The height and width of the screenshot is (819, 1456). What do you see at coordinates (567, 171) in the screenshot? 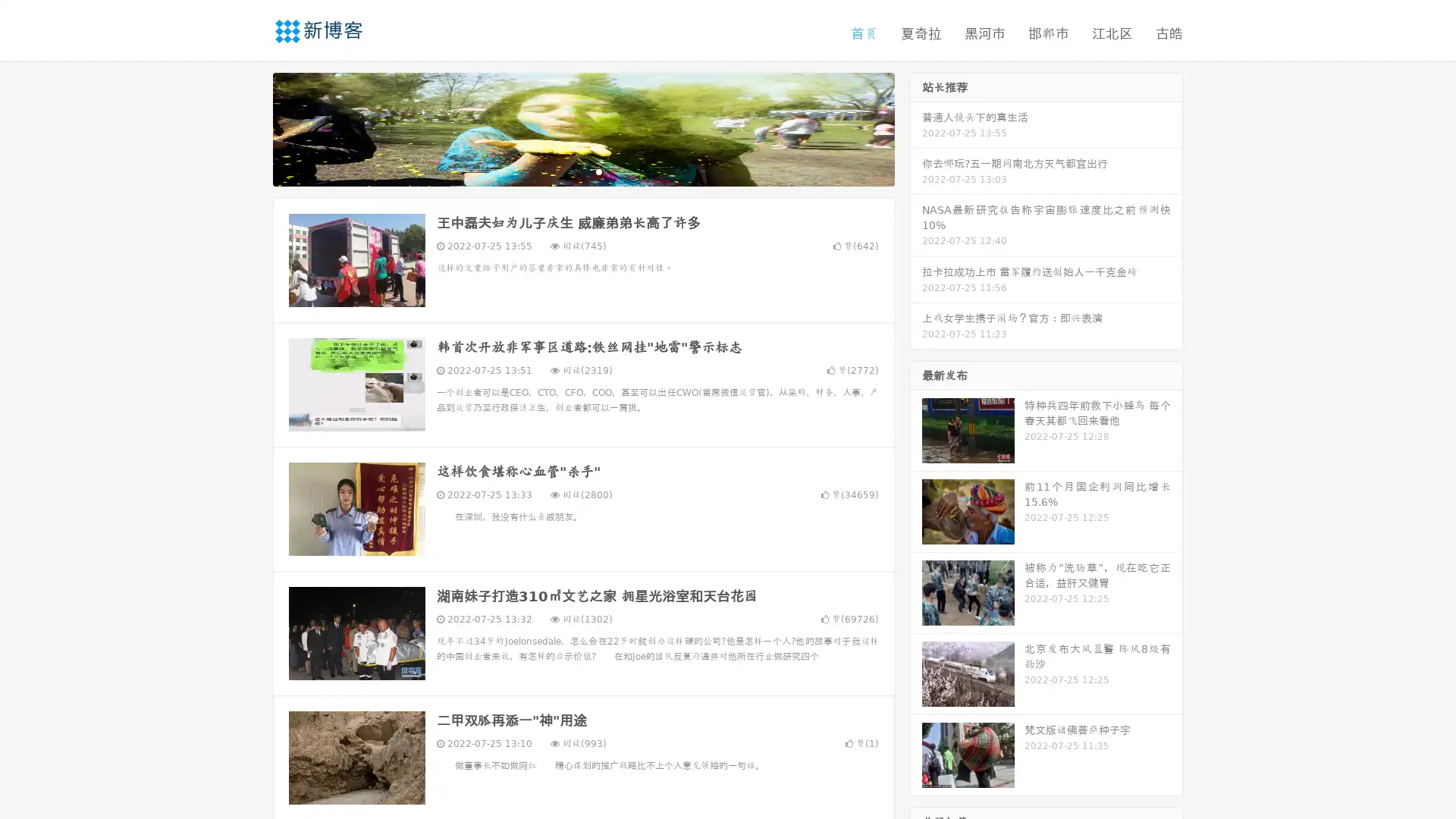
I see `Go to slide 1` at bounding box center [567, 171].